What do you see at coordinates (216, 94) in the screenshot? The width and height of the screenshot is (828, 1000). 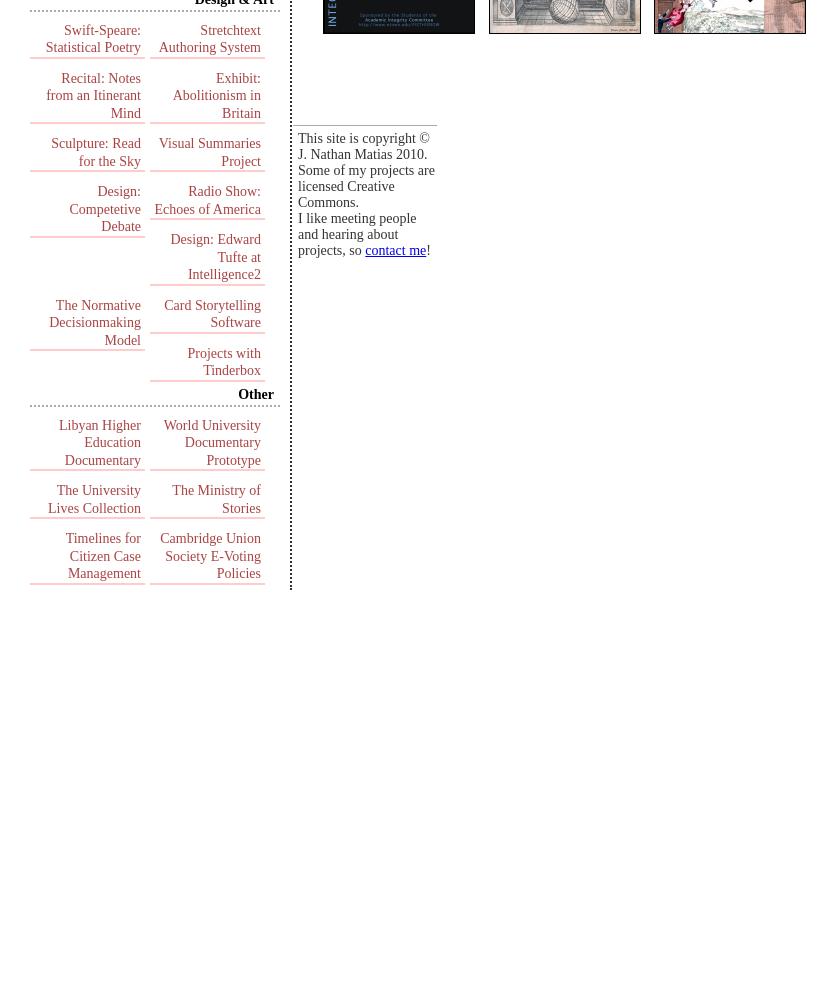 I see `'Exhibit: Abolitionism in Britain'` at bounding box center [216, 94].